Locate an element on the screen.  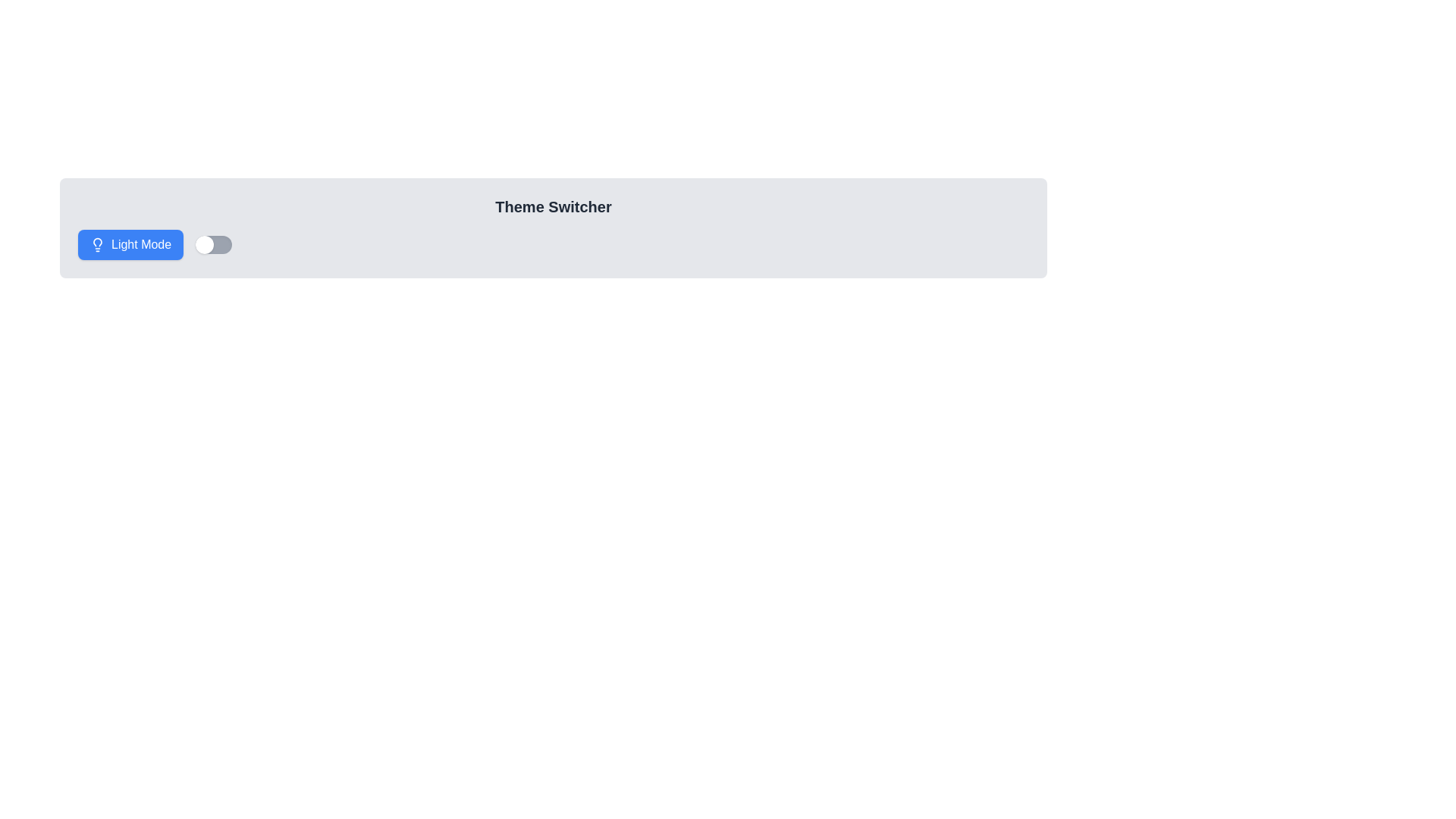
the small circular toggle handle positioned at the left edge of the toggle switch is located at coordinates (204, 244).